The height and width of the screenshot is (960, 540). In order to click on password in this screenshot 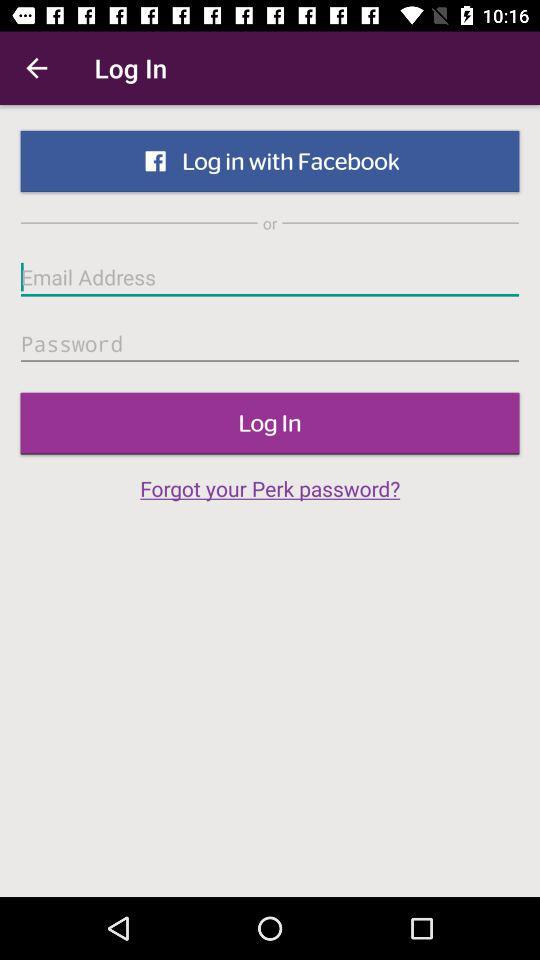, I will do `click(270, 344)`.